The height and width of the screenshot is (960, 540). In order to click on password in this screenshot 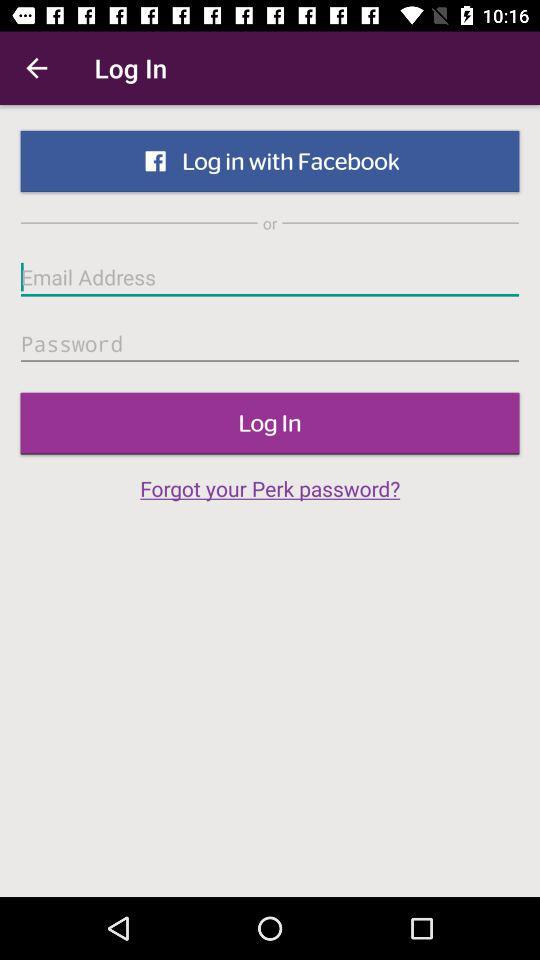, I will do `click(270, 344)`.